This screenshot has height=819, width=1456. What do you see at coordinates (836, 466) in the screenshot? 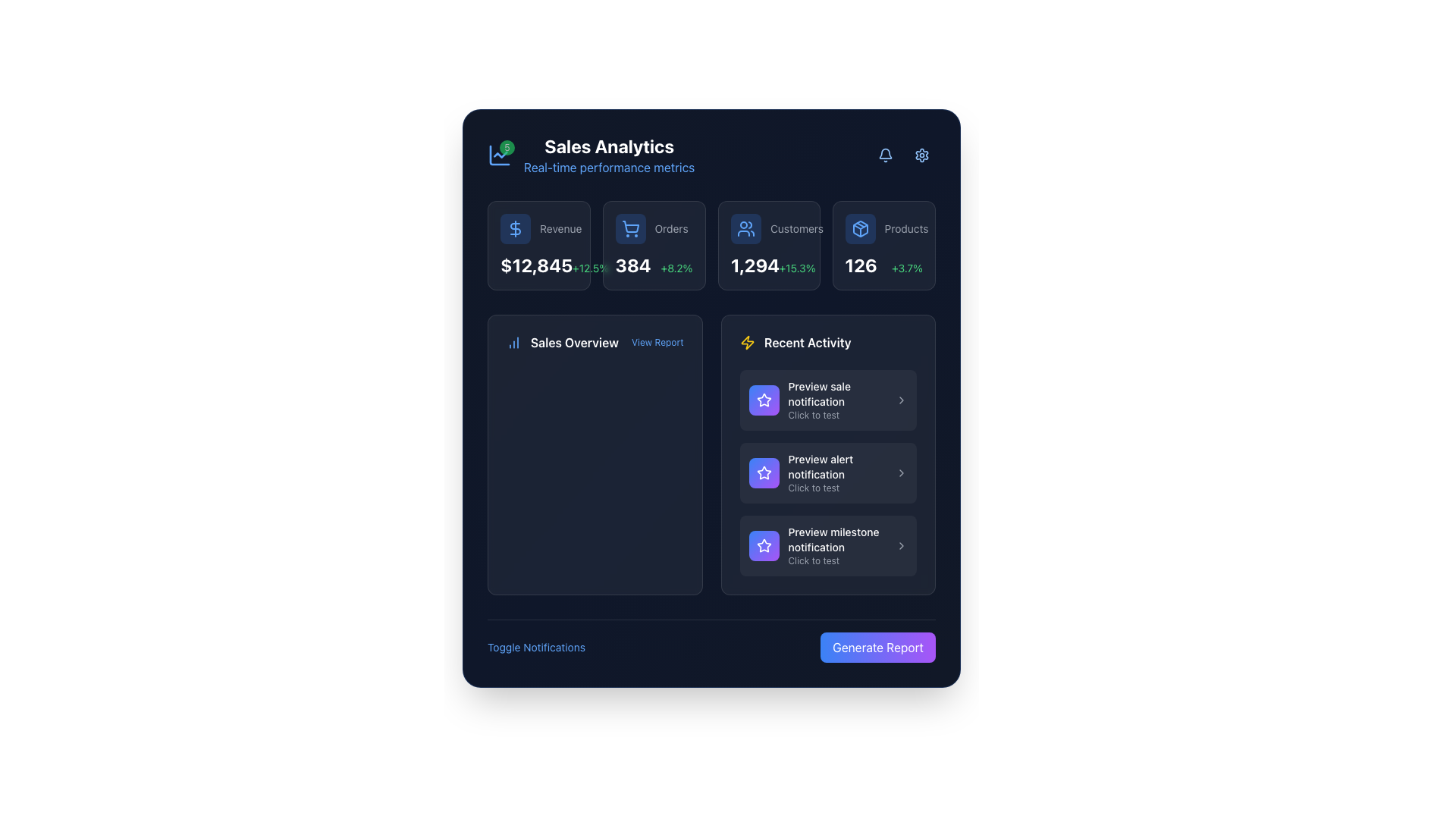
I see `the text label reading 'Preview alert notification' located in the 'Recent Activity' section, which is styled with a small bold white font against a dark background` at bounding box center [836, 466].